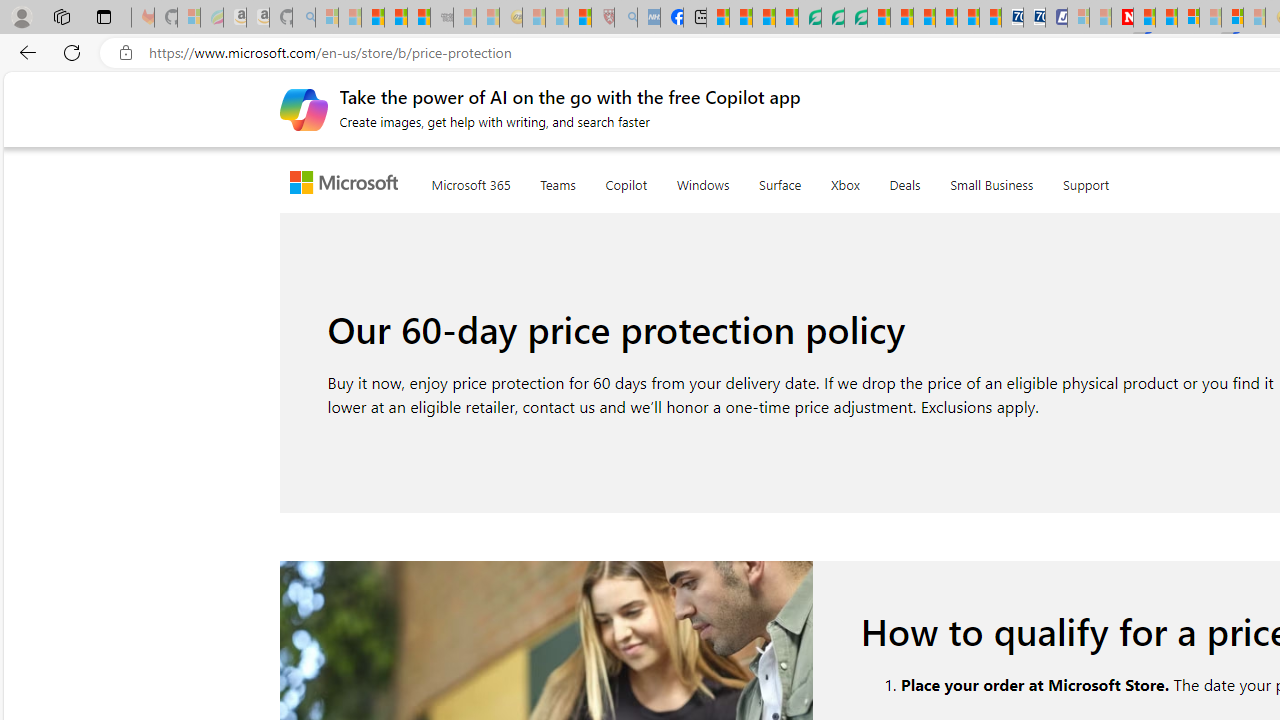  Describe the element at coordinates (1077, 17) in the screenshot. I see `'Microsoft account | Privacy - Sleeping'` at that location.